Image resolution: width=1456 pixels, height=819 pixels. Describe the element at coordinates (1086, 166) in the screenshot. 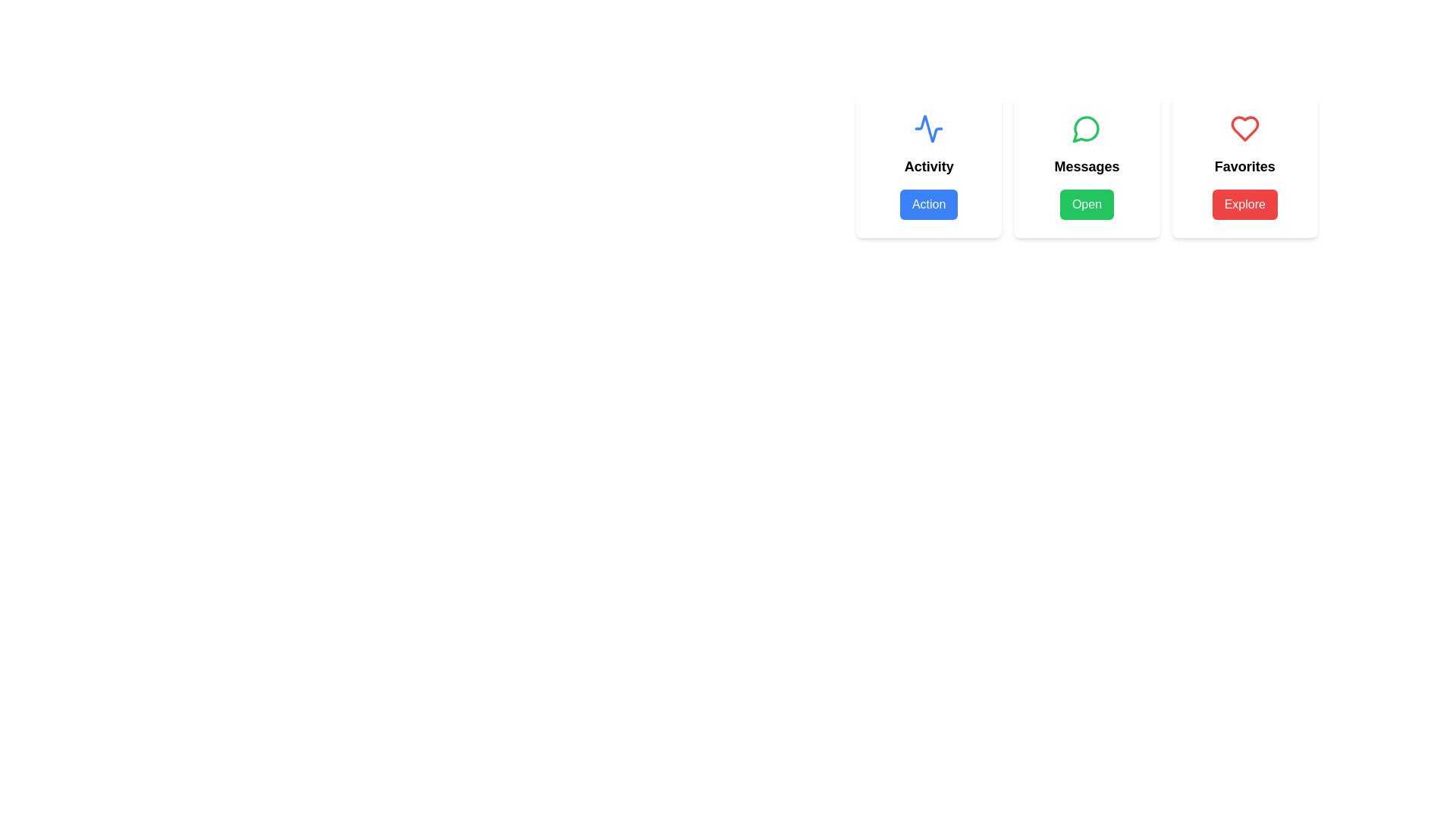

I see `the text label that serves as a title for the 'Messages' section, which is centrally located under the green chat bubble icon and above the 'Open' button` at that location.